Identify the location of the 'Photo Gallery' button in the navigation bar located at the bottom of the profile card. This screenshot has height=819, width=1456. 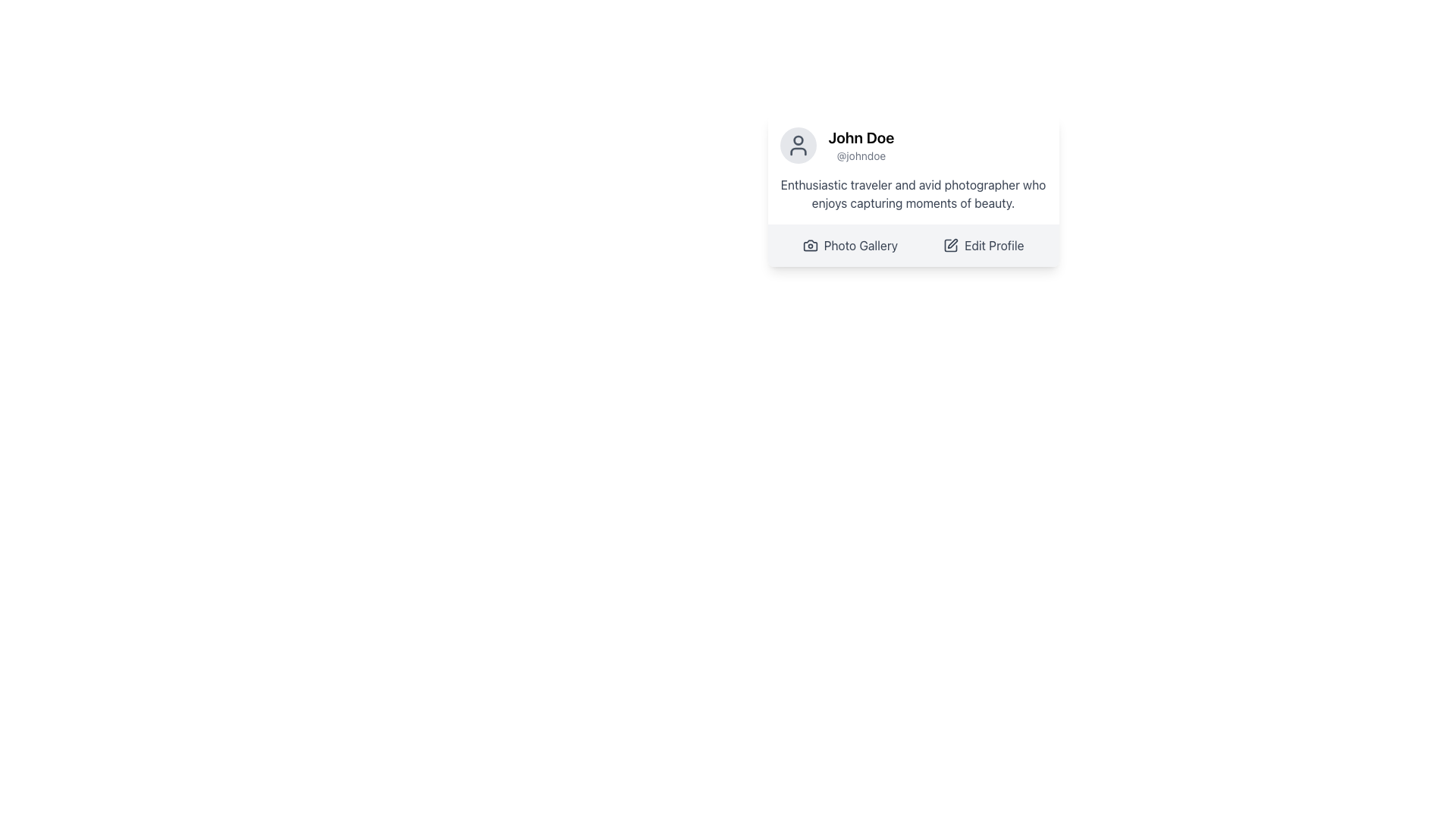
(912, 245).